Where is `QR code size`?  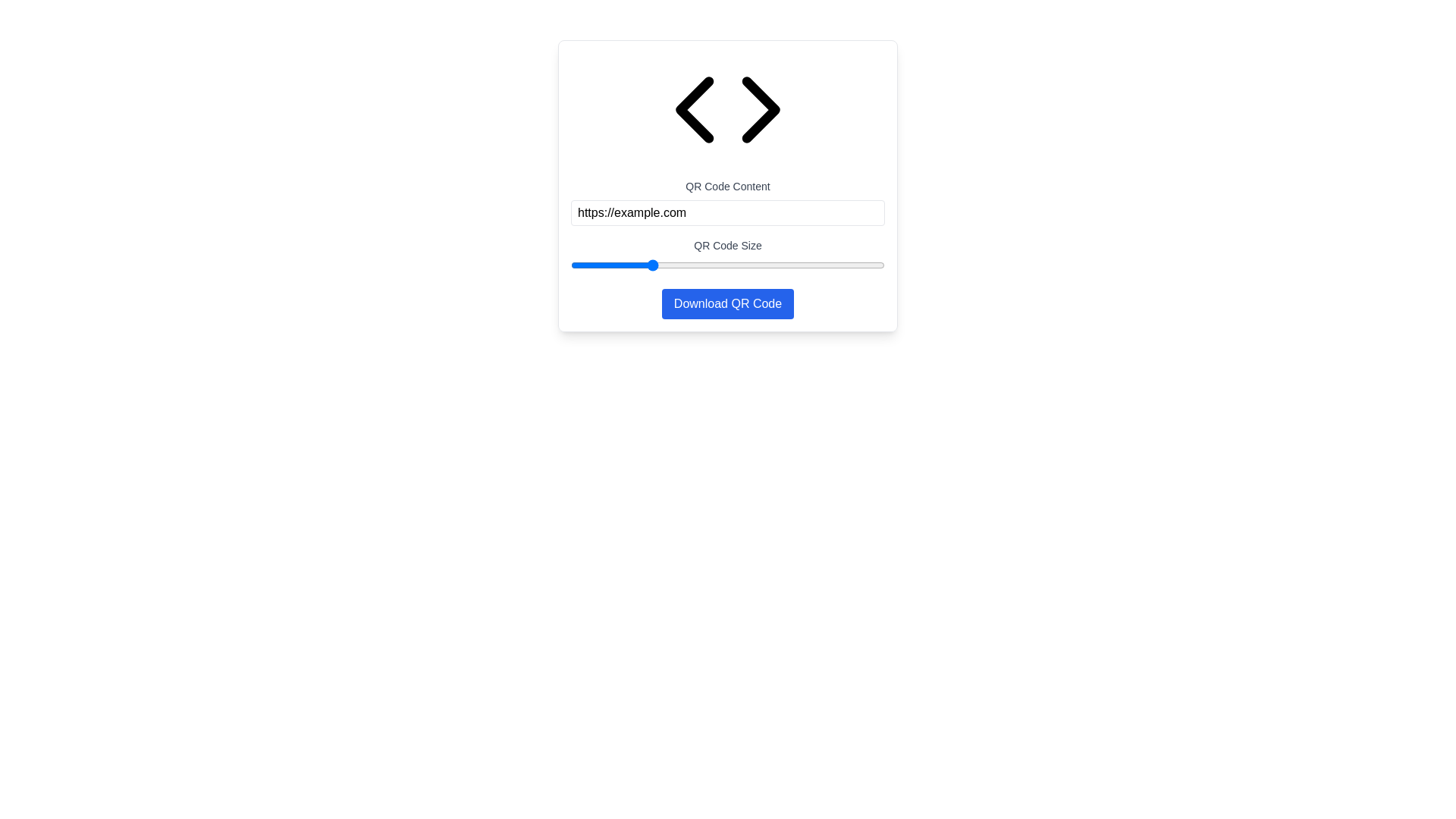
QR code size is located at coordinates (649, 265).